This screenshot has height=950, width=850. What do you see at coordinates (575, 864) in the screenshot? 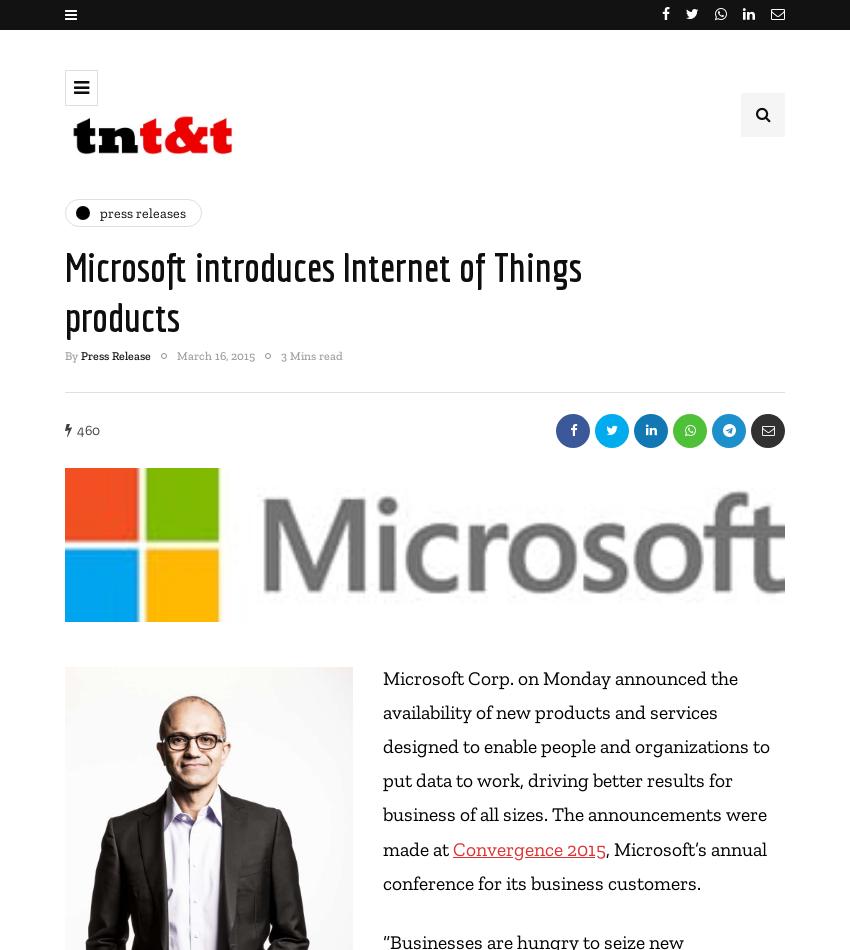
I see `', Microsoft’s annual conference for its business customers.'` at bounding box center [575, 864].